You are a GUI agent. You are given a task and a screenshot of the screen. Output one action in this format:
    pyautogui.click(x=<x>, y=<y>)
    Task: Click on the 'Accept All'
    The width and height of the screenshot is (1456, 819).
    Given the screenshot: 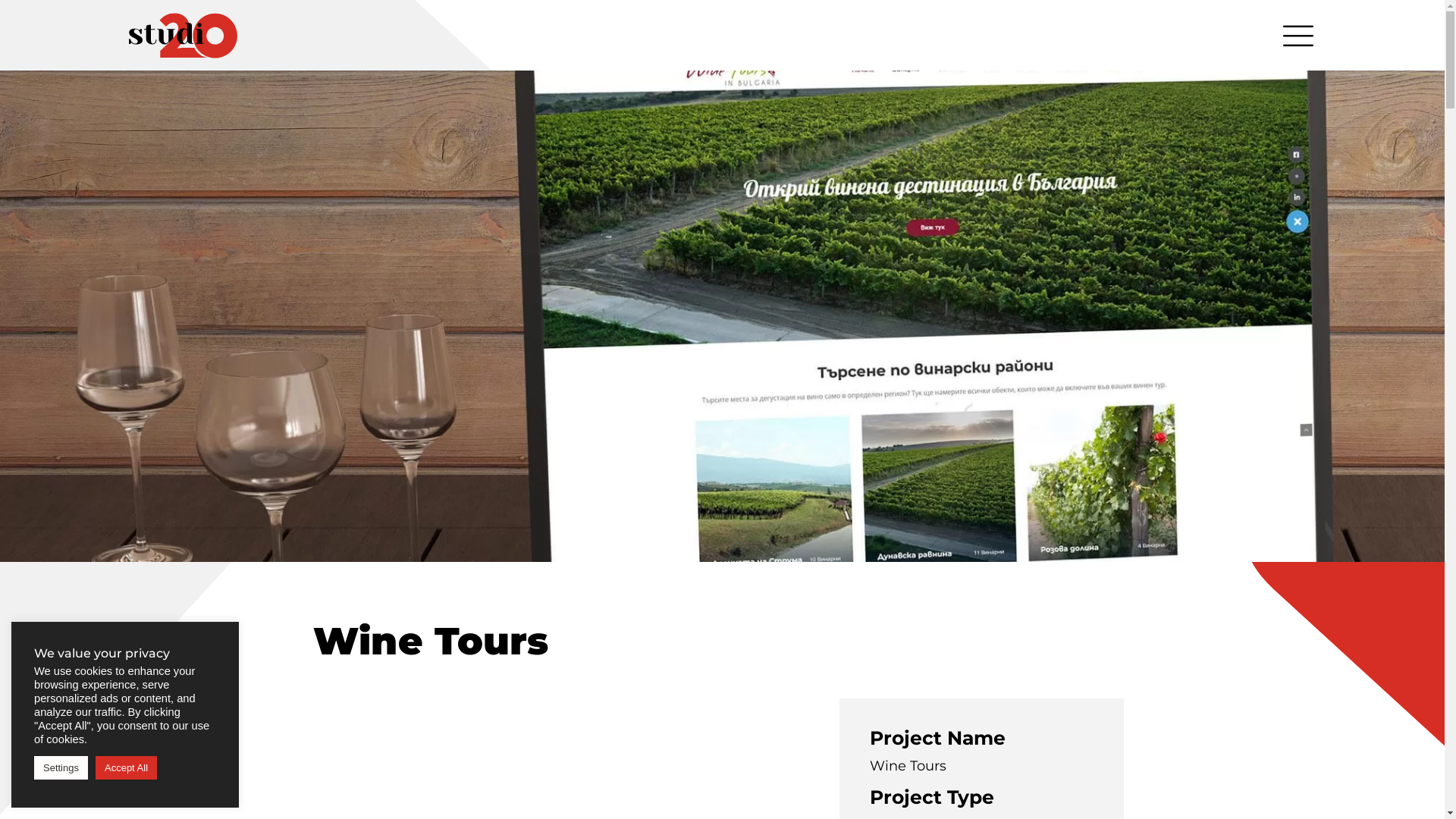 What is the action you would take?
    pyautogui.click(x=126, y=767)
    